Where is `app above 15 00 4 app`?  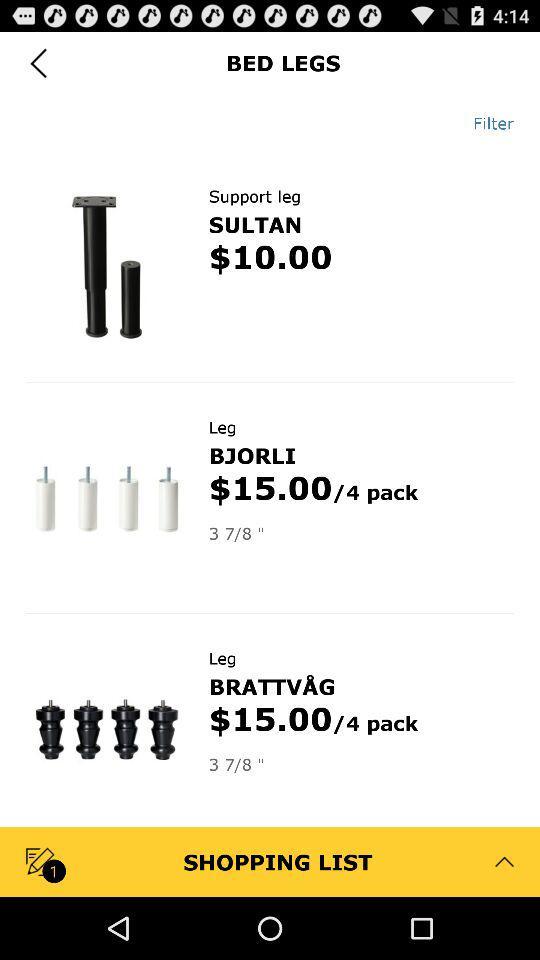 app above 15 00 4 app is located at coordinates (252, 455).